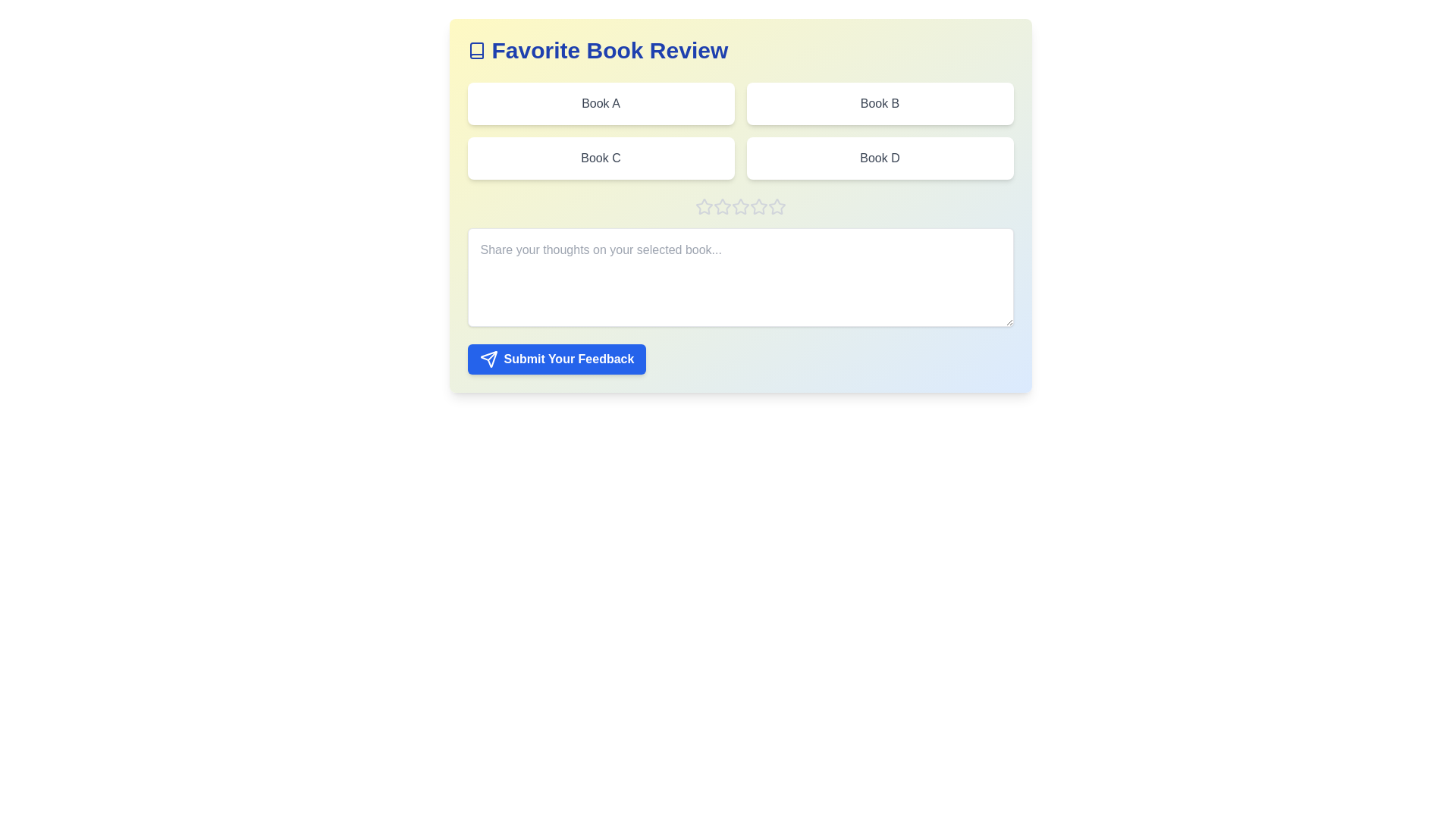 The width and height of the screenshot is (1456, 819). What do you see at coordinates (556, 359) in the screenshot?
I see `'Submit Your Feedback' button to submit the review and rating` at bounding box center [556, 359].